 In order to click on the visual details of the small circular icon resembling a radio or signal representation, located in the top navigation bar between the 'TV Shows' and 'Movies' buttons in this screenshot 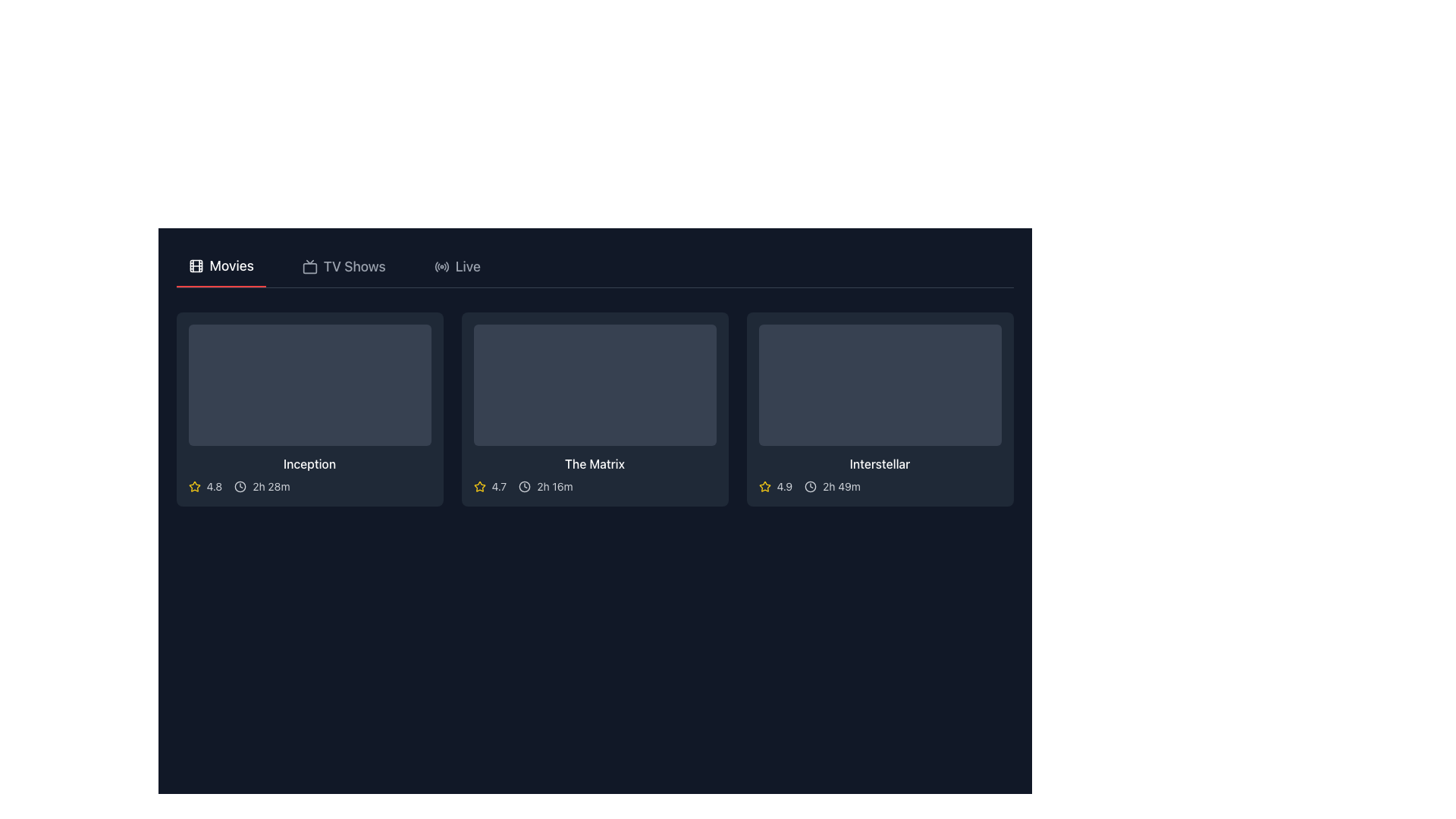, I will do `click(441, 265)`.